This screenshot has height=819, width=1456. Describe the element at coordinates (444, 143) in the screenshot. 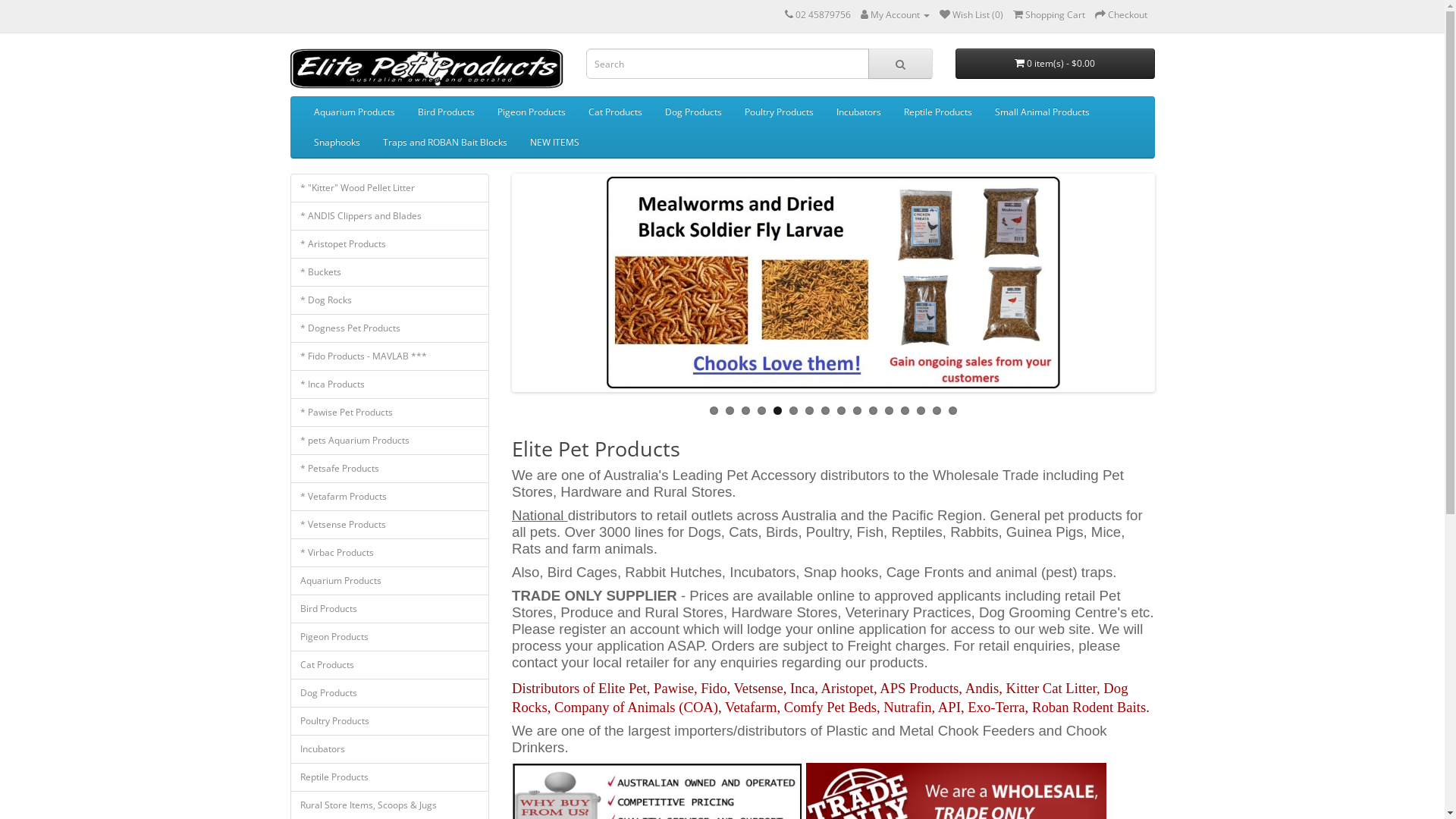

I see `'Traps and ROBAN Bait Blocks'` at that location.